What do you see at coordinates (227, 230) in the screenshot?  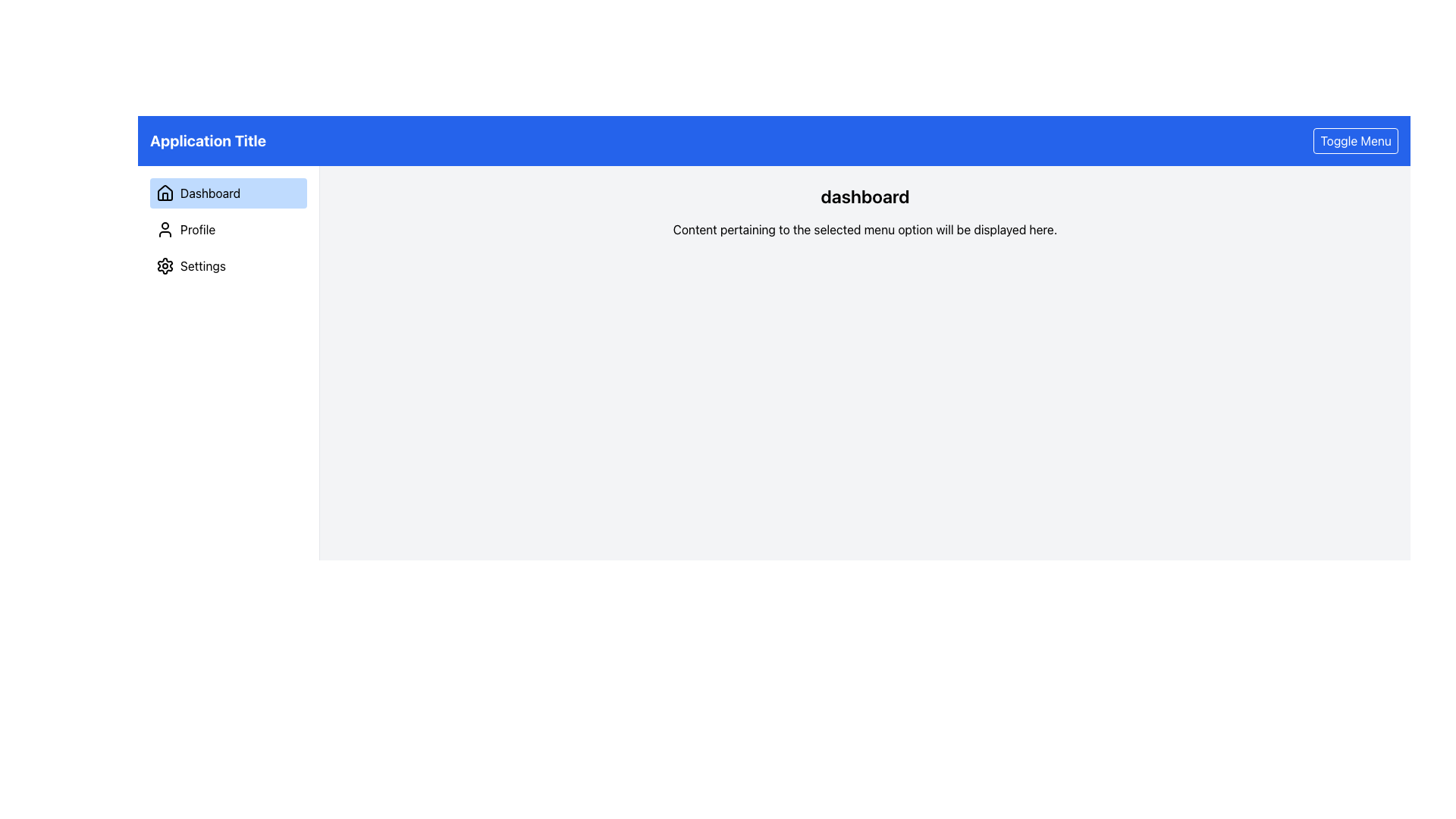 I see `the 'Profile' menu item in the vertical menu panel` at bounding box center [227, 230].